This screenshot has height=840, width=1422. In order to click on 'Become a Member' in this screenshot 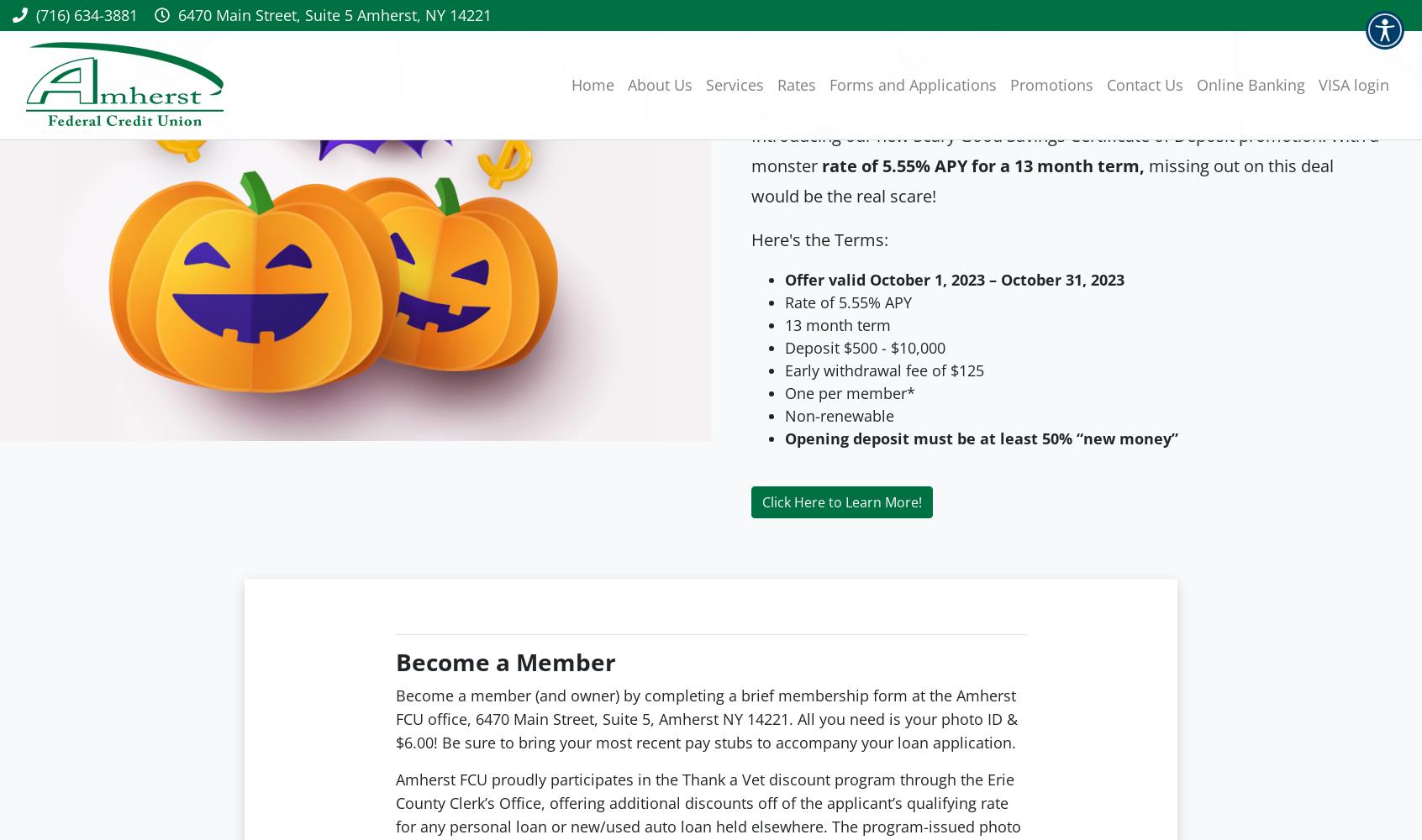, I will do `click(505, 662)`.